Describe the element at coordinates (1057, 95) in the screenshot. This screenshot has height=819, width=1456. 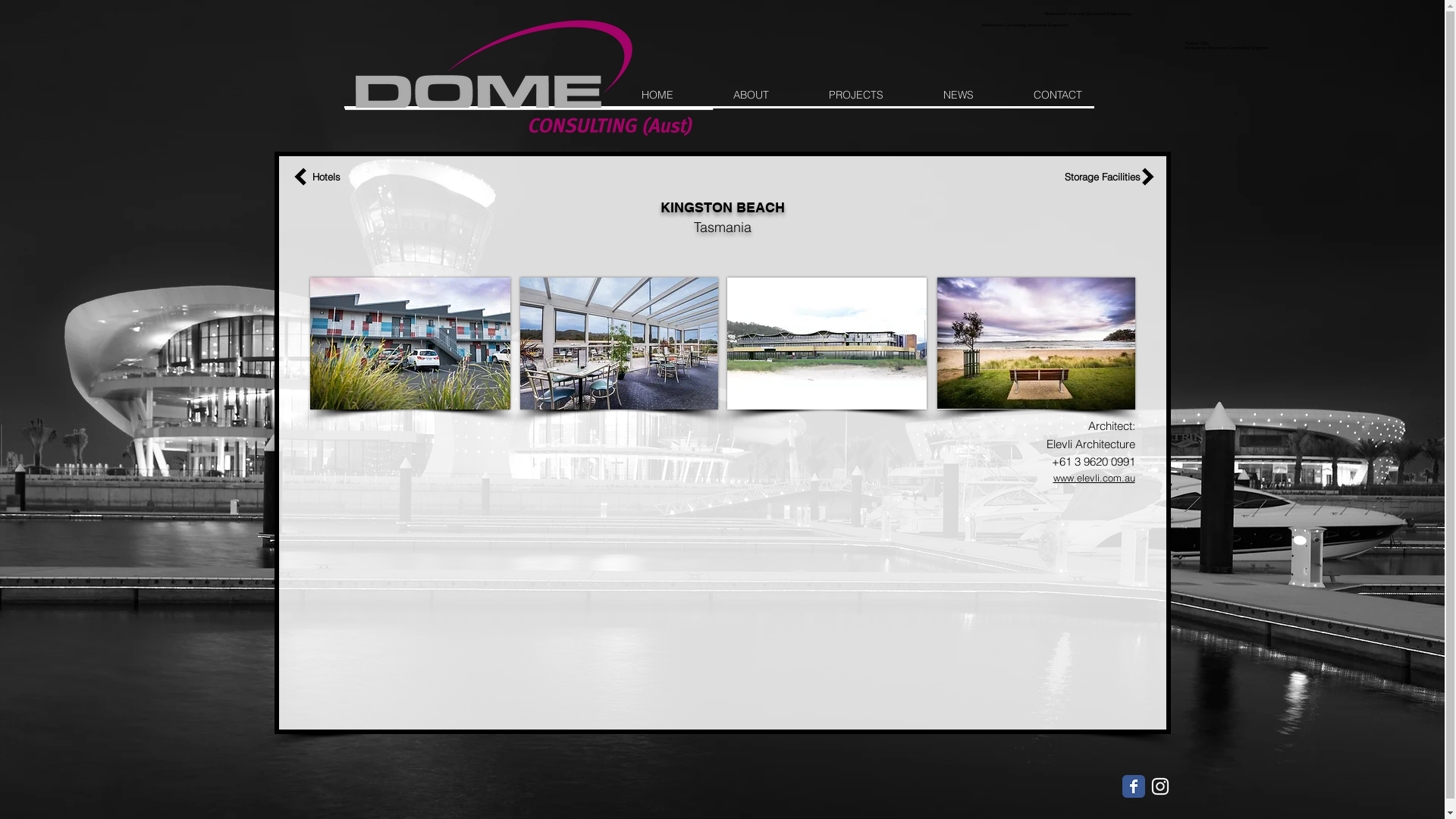
I see `'CONTACT'` at that location.